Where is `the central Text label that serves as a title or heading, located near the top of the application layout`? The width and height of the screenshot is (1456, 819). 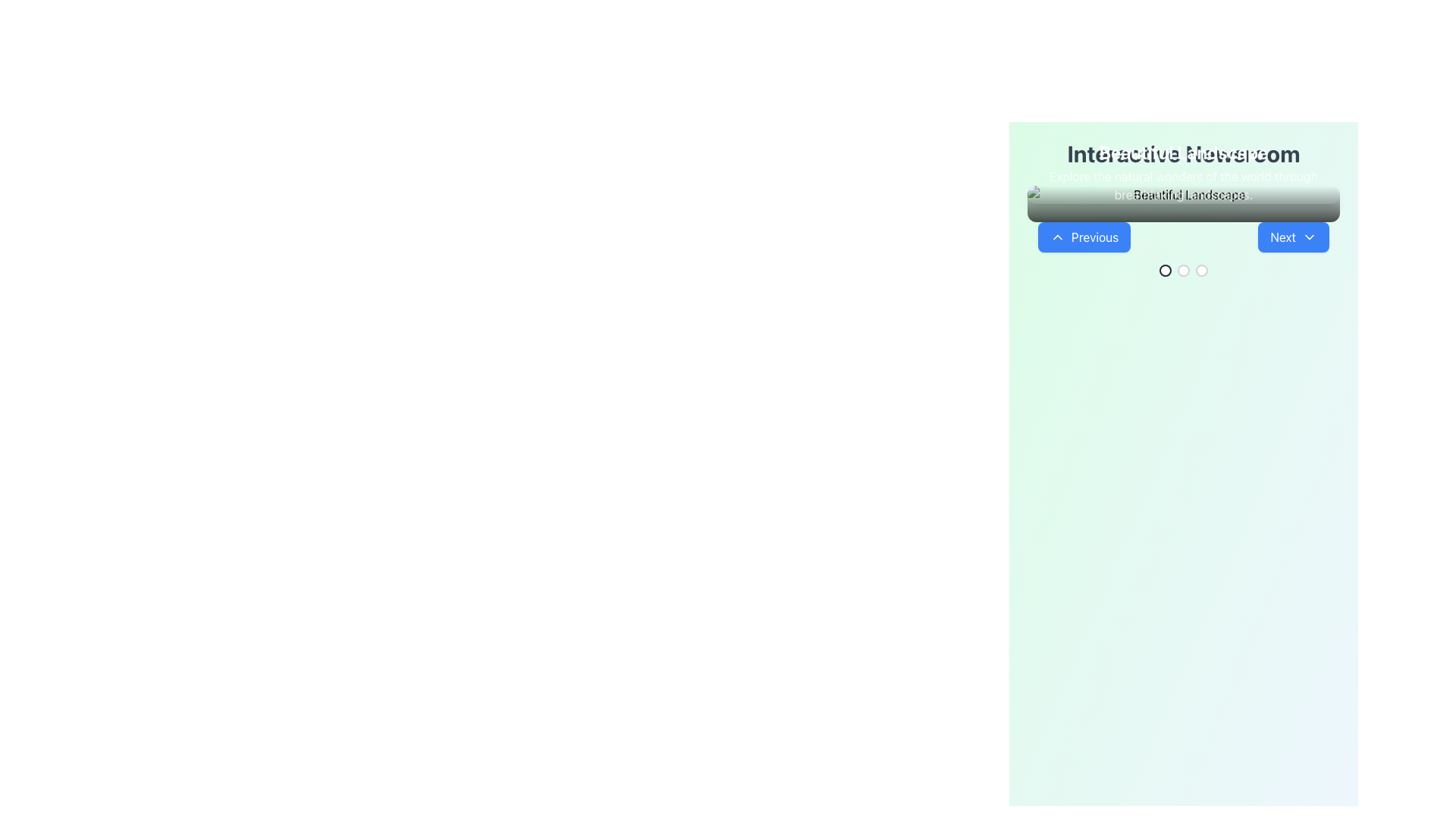 the central Text label that serves as a title or heading, located near the top of the application layout is located at coordinates (1182, 152).